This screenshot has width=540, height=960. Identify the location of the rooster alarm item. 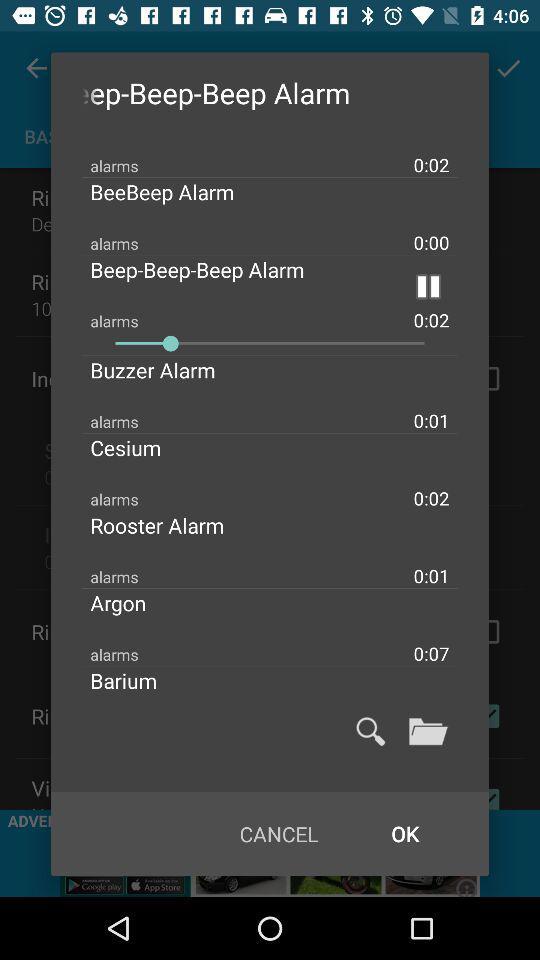
(173, 524).